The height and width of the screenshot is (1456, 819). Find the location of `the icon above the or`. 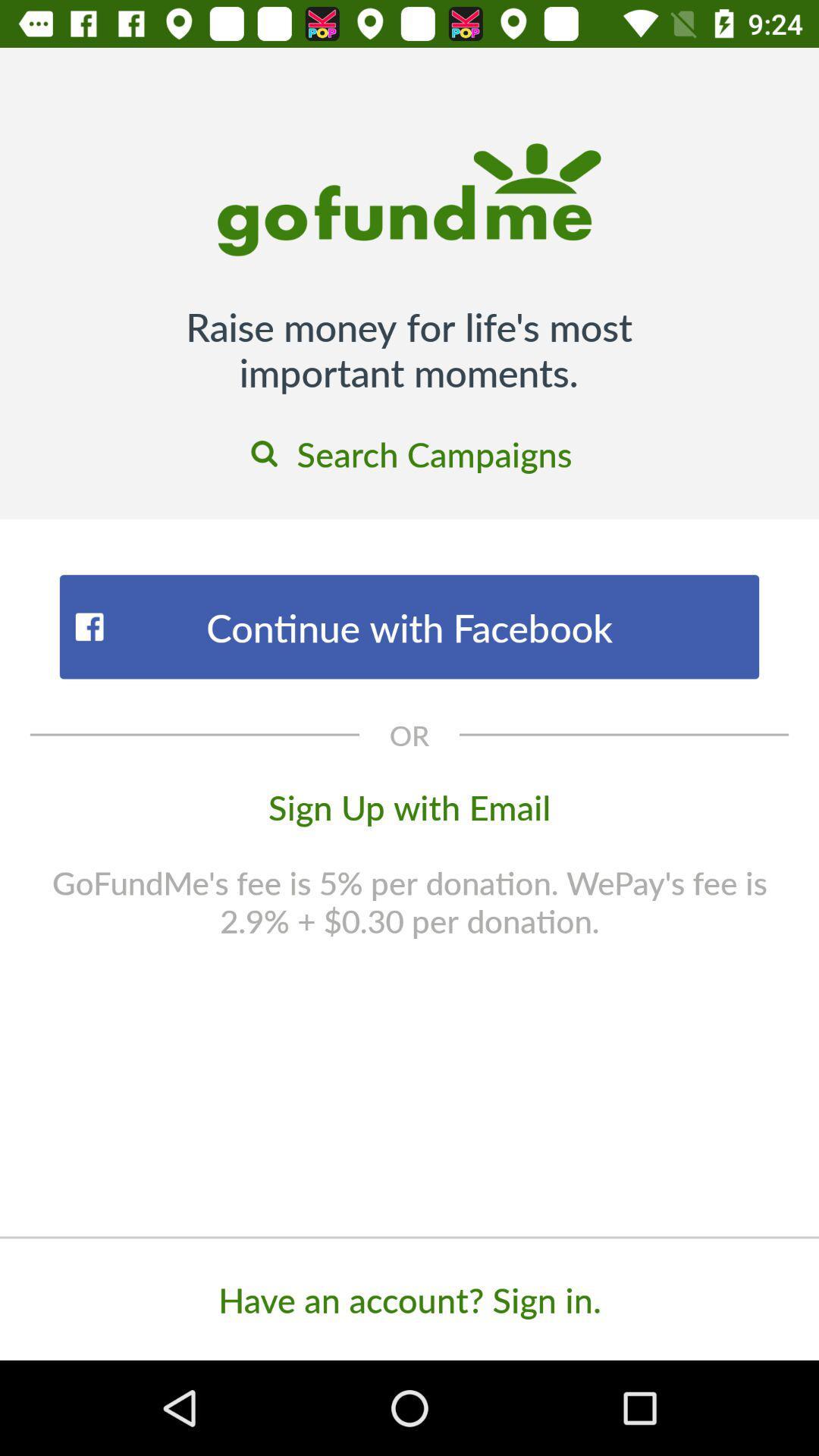

the icon above the or is located at coordinates (409, 626).